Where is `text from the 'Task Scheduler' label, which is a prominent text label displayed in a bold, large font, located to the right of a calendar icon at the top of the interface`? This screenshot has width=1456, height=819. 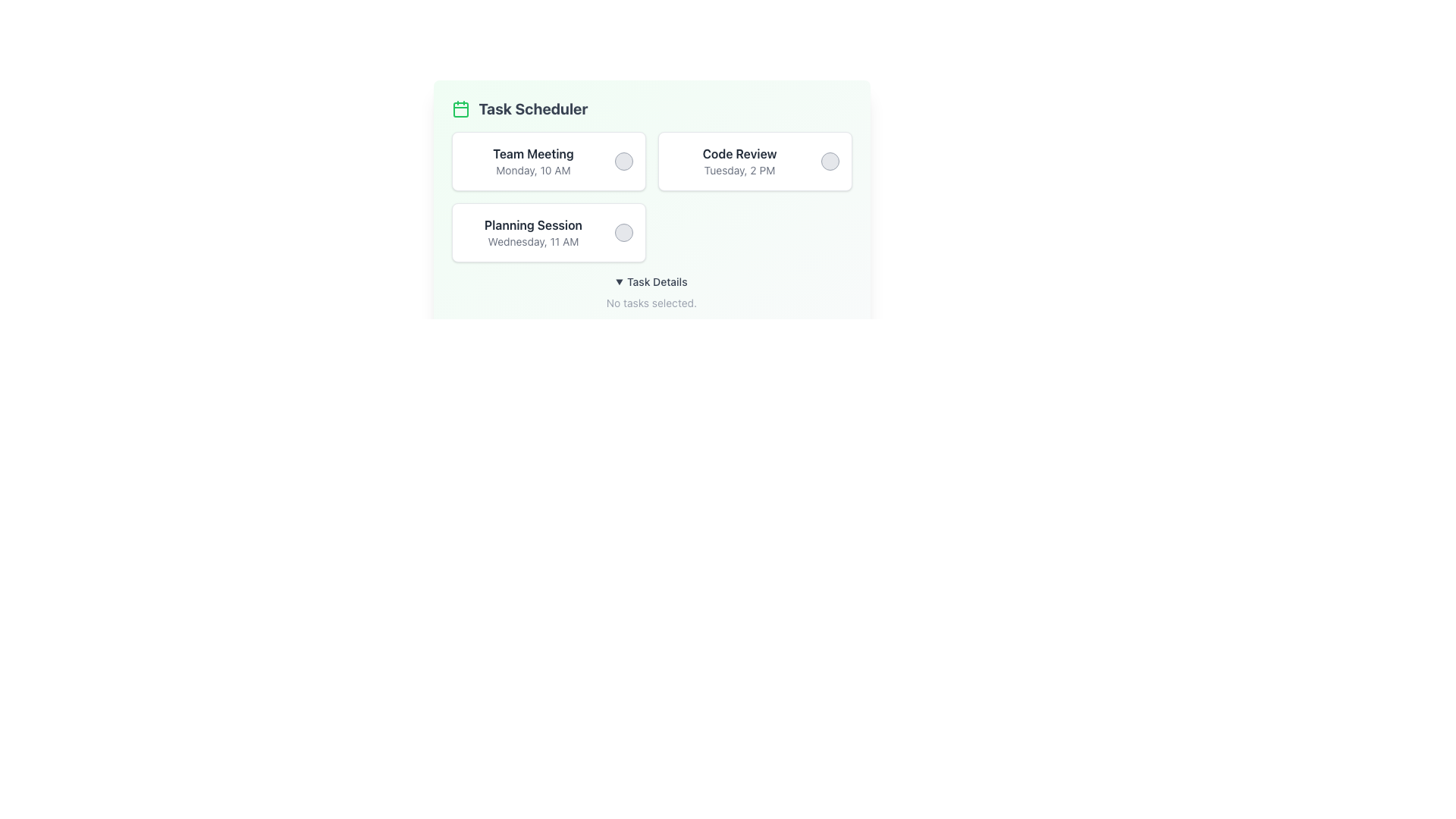 text from the 'Task Scheduler' label, which is a prominent text label displayed in a bold, large font, located to the right of a calendar icon at the top of the interface is located at coordinates (533, 108).